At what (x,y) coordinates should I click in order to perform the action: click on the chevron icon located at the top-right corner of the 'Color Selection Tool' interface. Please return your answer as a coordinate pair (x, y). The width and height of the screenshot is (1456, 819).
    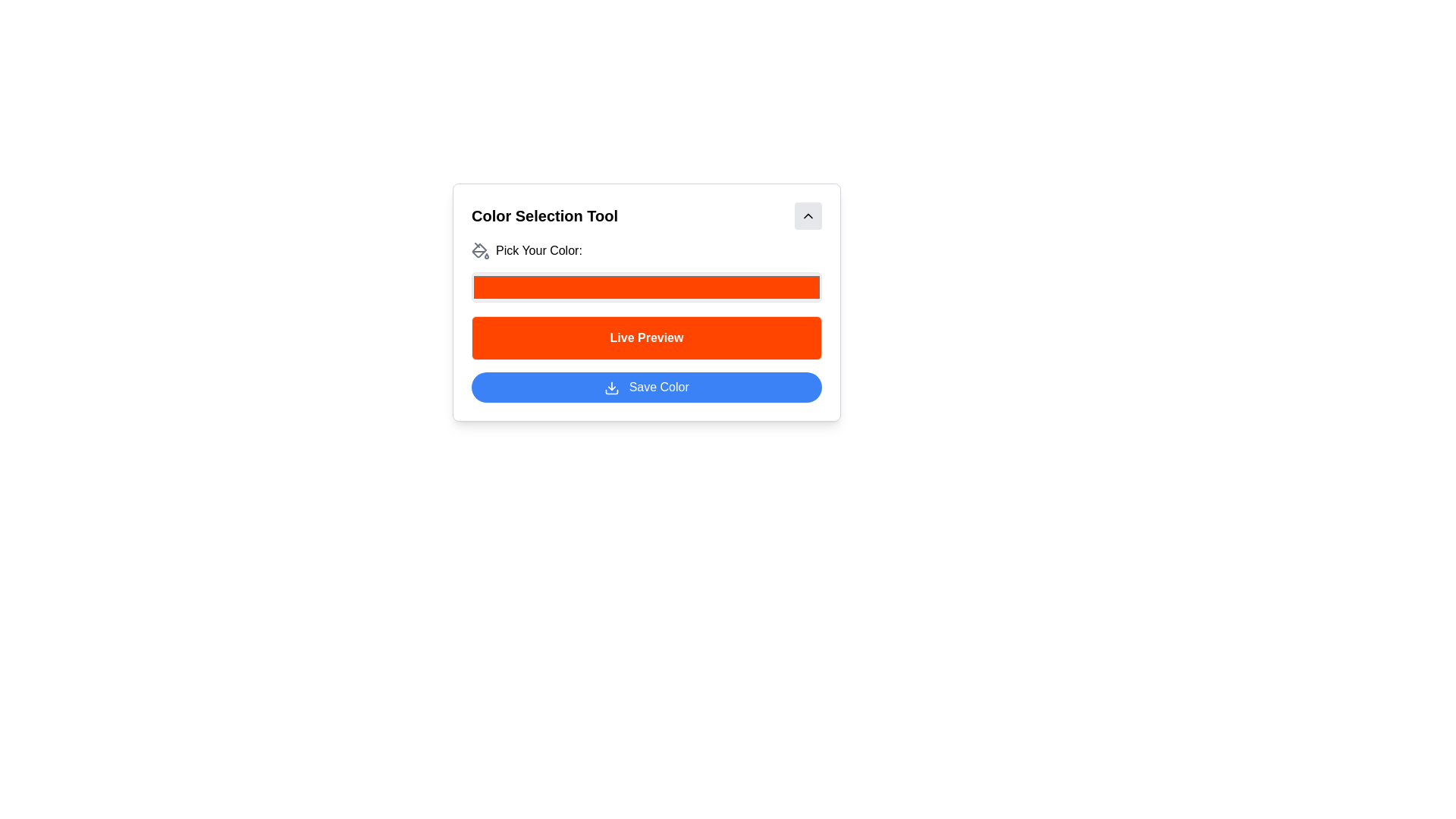
    Looking at the image, I should click on (807, 216).